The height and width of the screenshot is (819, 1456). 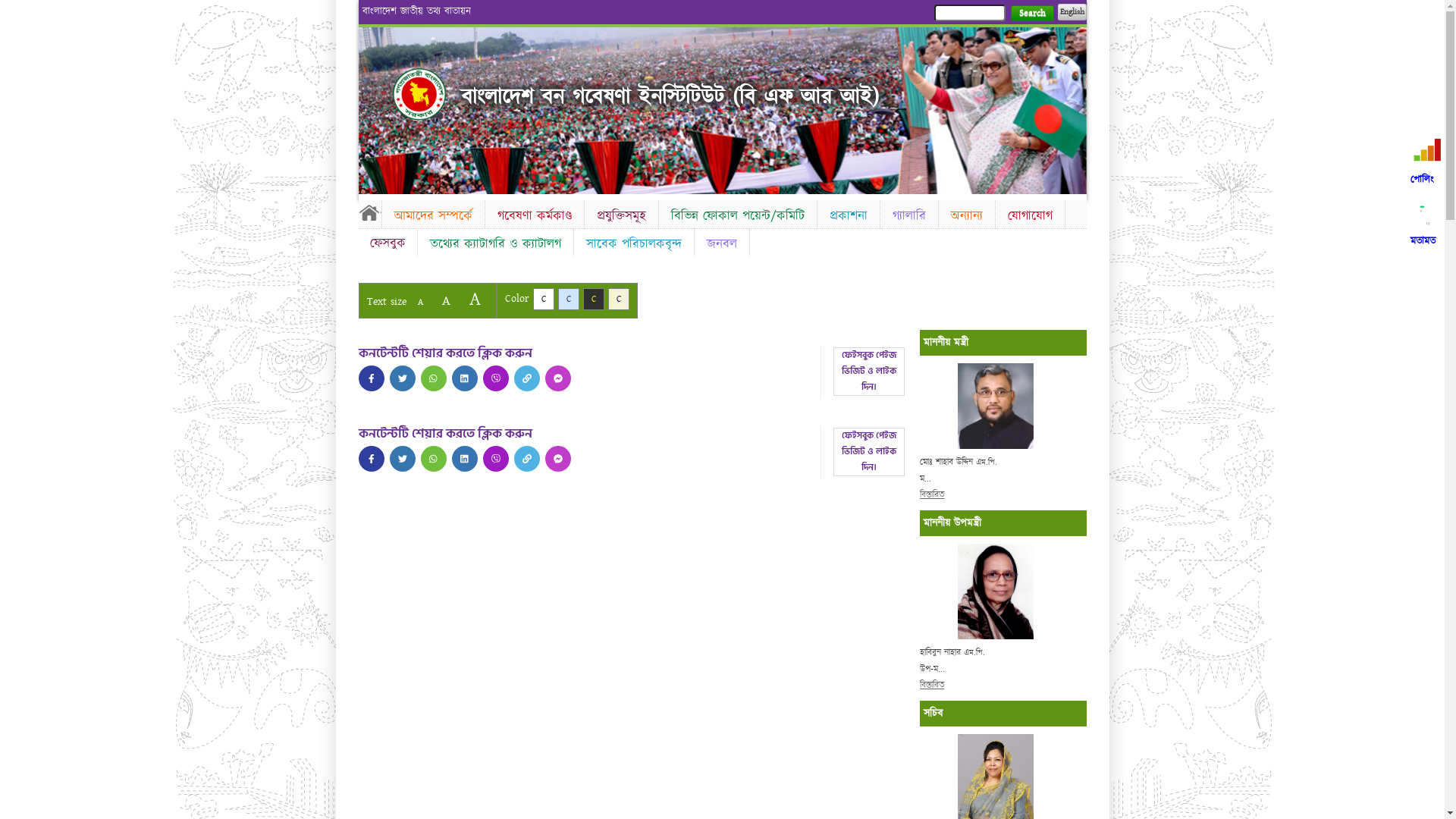 What do you see at coordinates (393, 93) in the screenshot?
I see `'Home'` at bounding box center [393, 93].